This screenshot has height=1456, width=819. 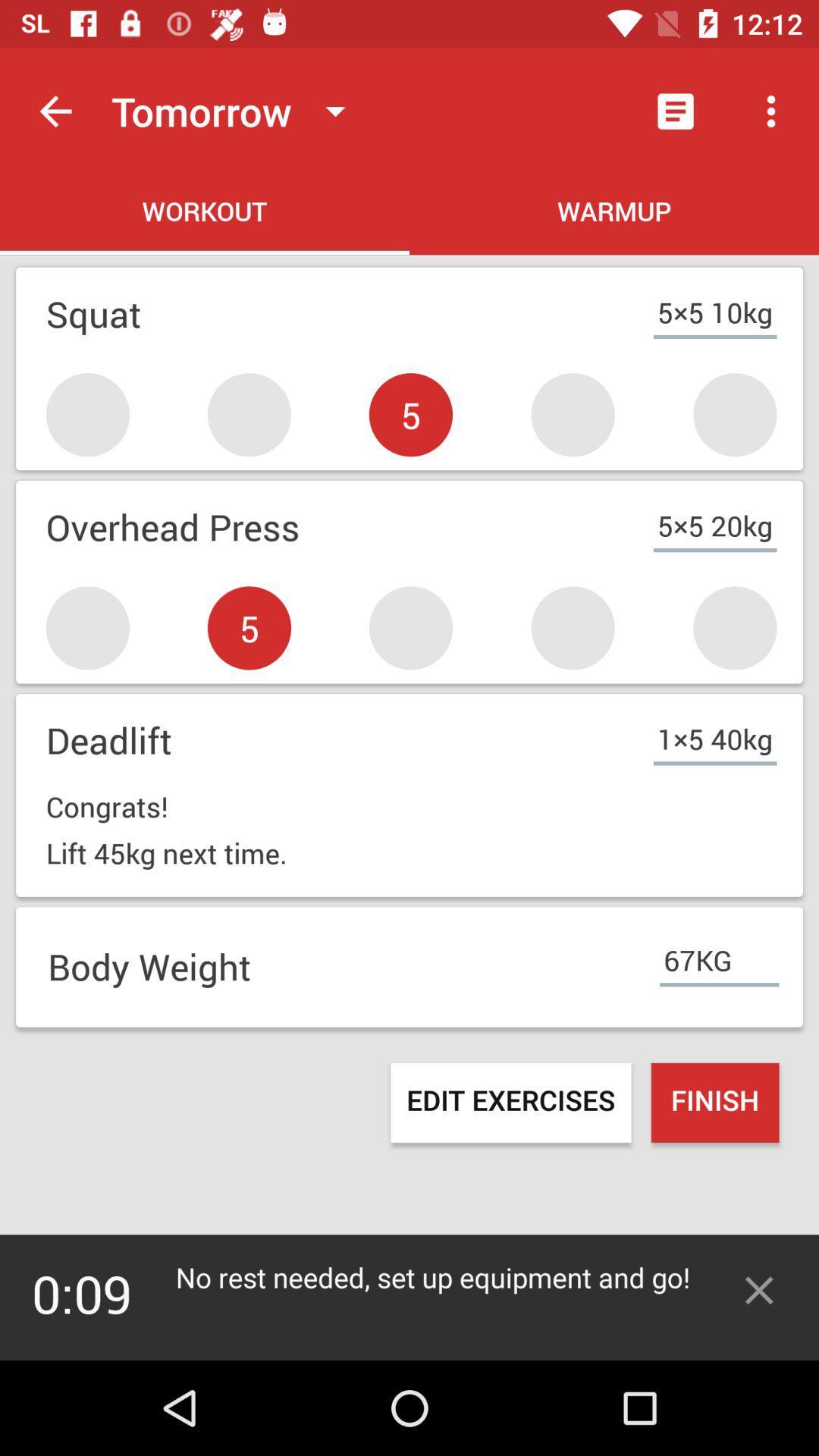 What do you see at coordinates (759, 1289) in the screenshot?
I see `the close icon` at bounding box center [759, 1289].